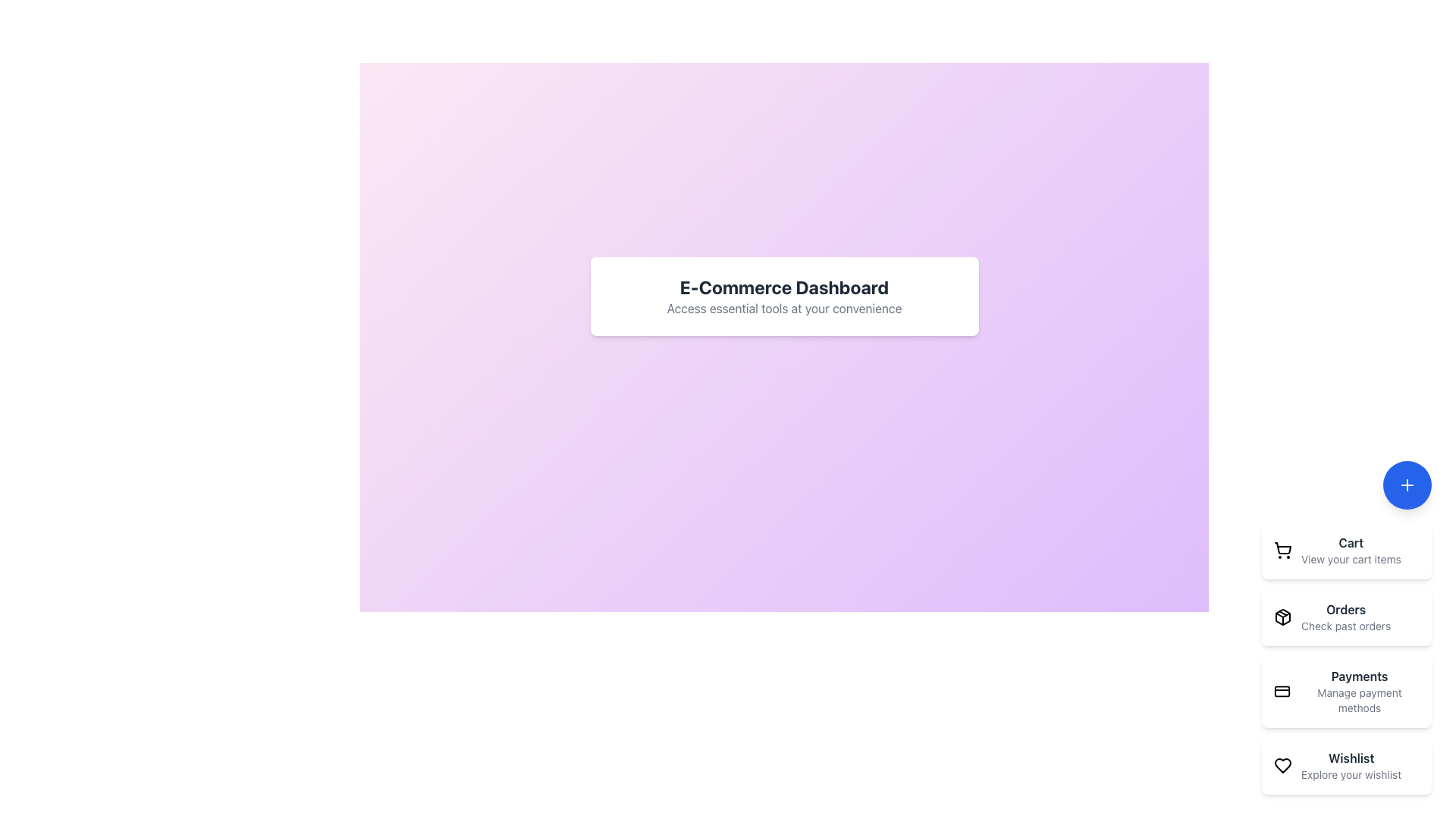 Image resolution: width=1456 pixels, height=819 pixels. What do you see at coordinates (1346, 617) in the screenshot?
I see `the 'Orders' text label, which includes a bold title and a smaller gray label` at bounding box center [1346, 617].